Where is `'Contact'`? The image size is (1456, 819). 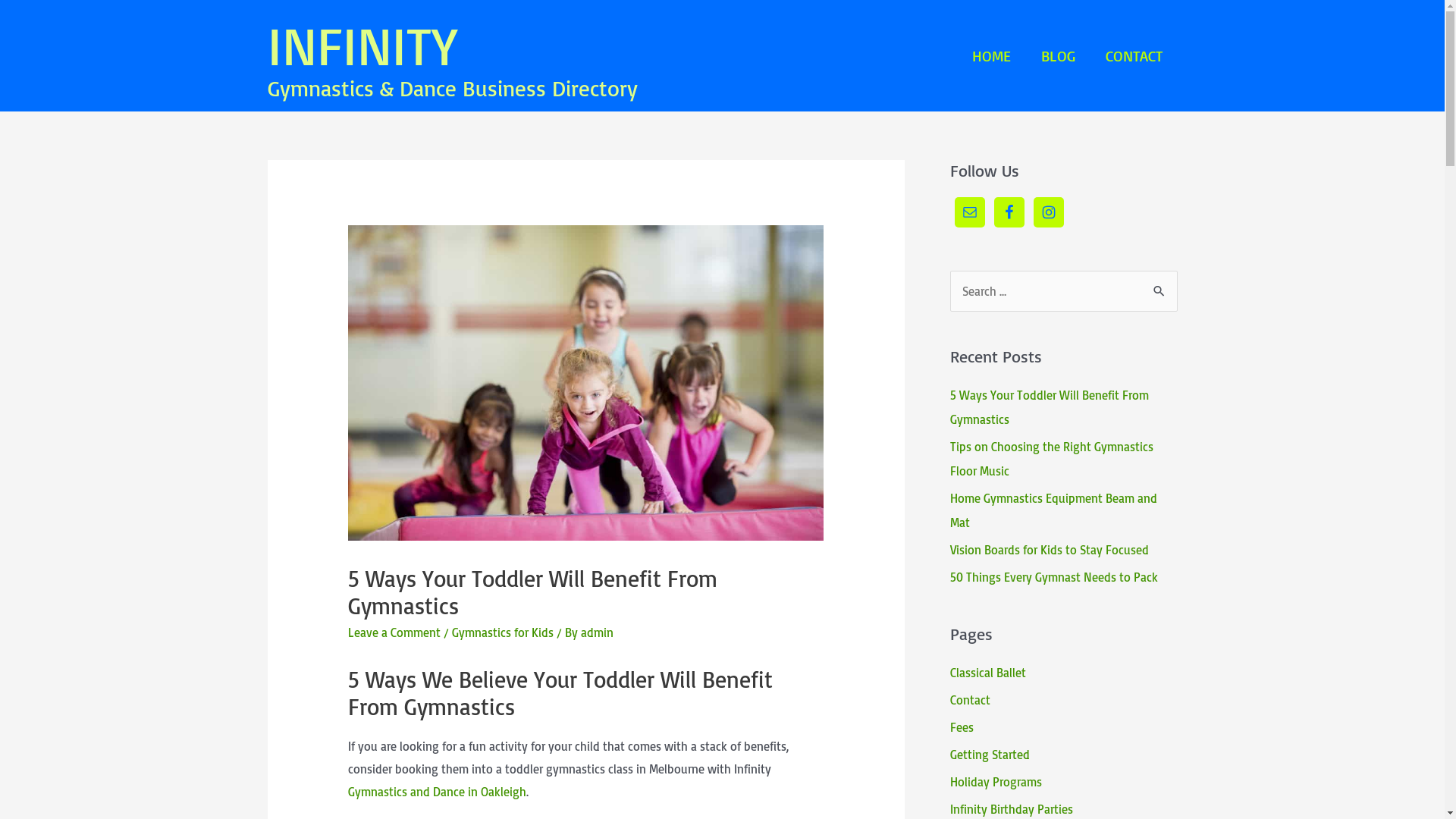 'Contact' is located at coordinates (968, 699).